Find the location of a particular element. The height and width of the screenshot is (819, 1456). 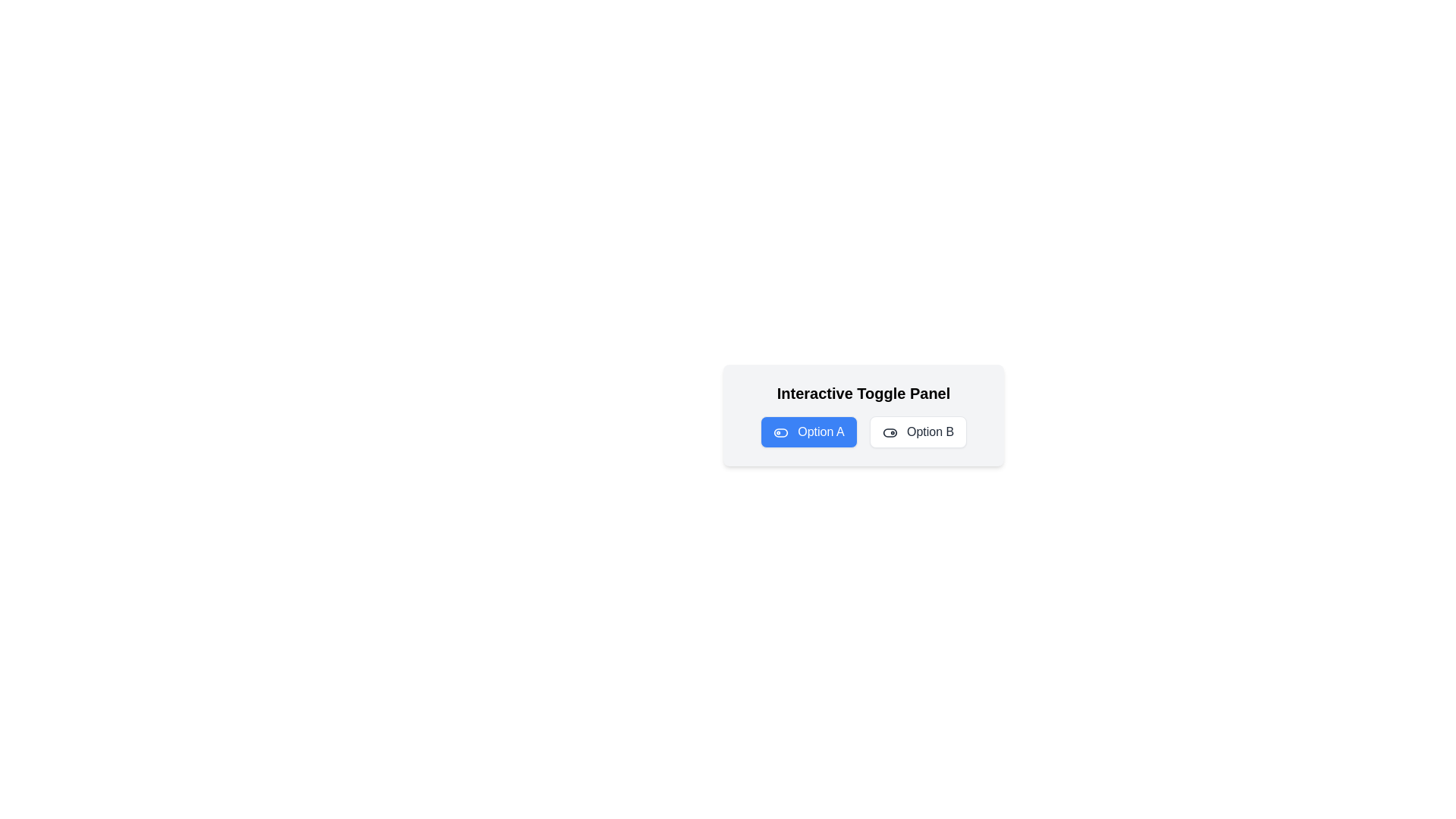

the Rounded Rectangle element located on the left side of the toggle icon, which has a light-colored border and a white background is located at coordinates (780, 432).